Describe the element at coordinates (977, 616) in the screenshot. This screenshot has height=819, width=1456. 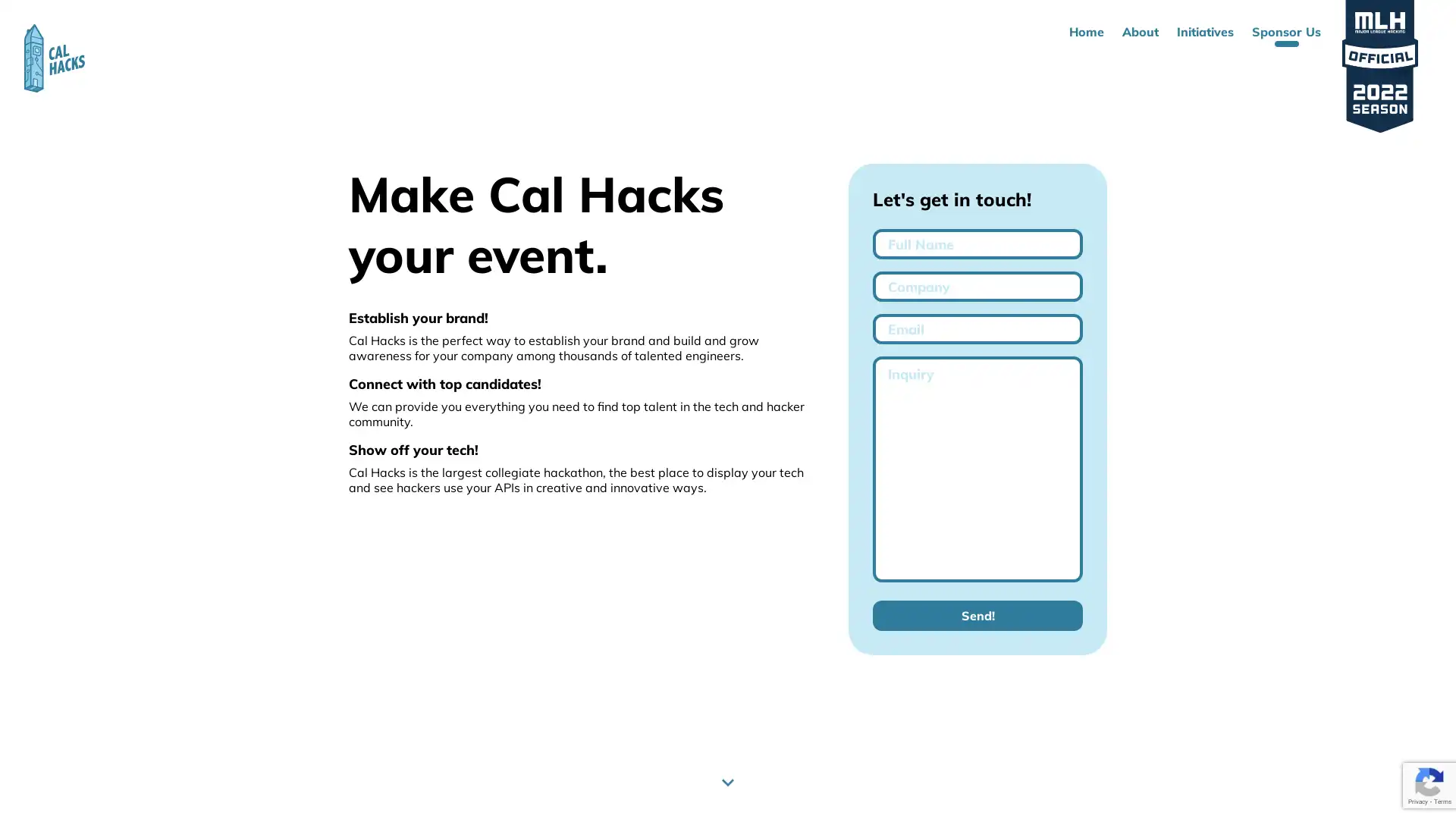
I see `Send!` at that location.